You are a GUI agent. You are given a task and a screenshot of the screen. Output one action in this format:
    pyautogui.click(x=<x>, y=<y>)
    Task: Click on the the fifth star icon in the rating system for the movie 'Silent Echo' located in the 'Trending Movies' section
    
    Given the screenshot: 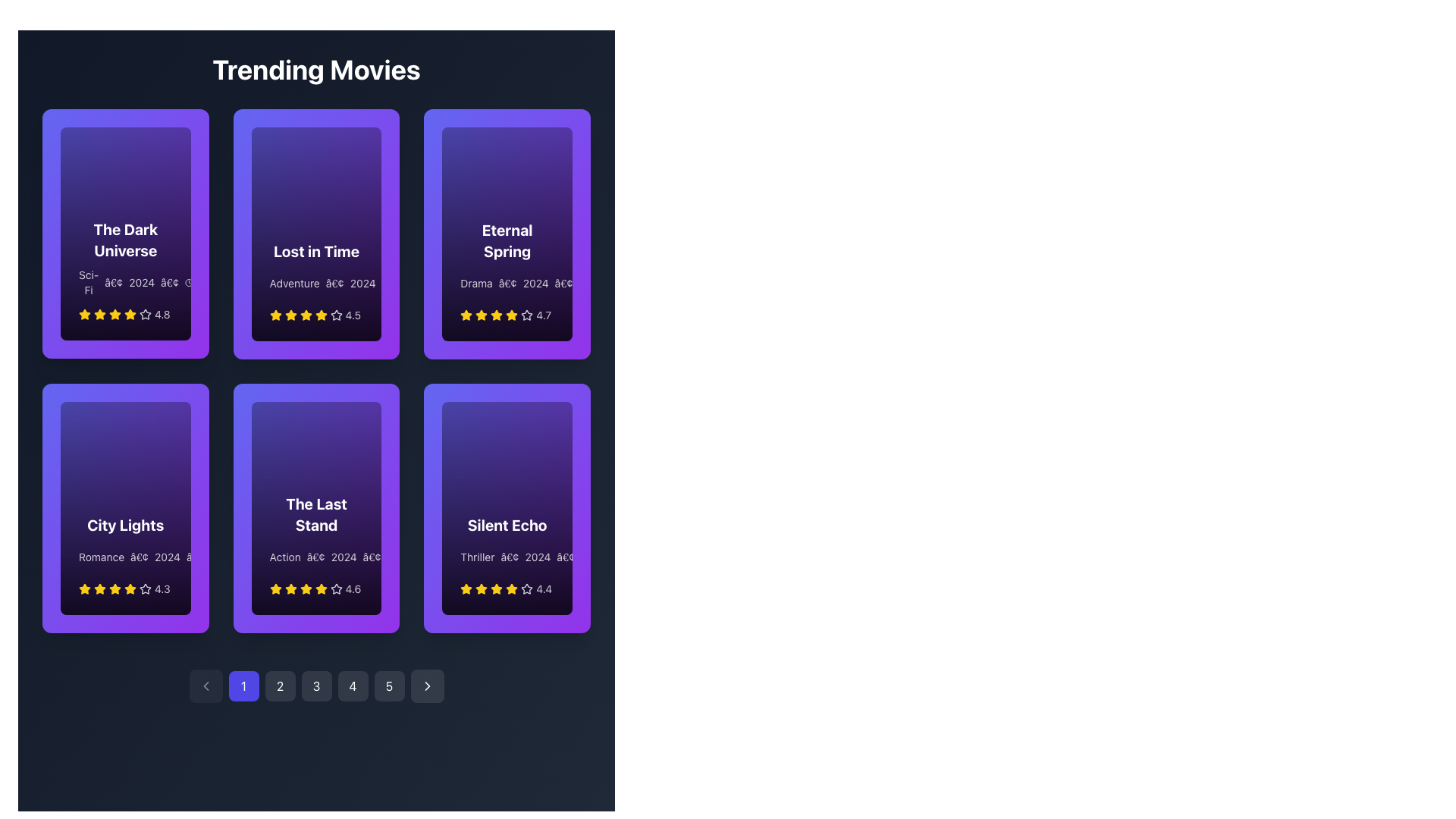 What is the action you would take?
    pyautogui.click(x=527, y=588)
    